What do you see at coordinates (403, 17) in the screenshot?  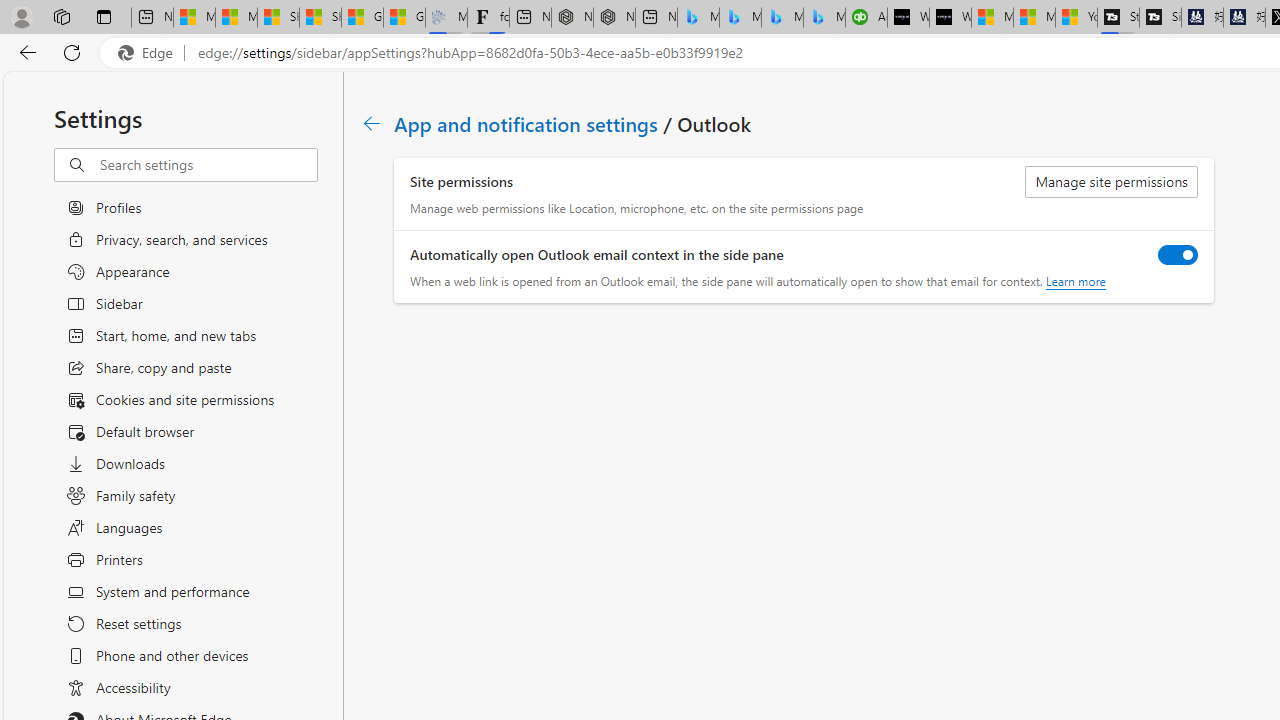 I see `'Gilma and Hector both pose tropical trouble for Hawaii'` at bounding box center [403, 17].